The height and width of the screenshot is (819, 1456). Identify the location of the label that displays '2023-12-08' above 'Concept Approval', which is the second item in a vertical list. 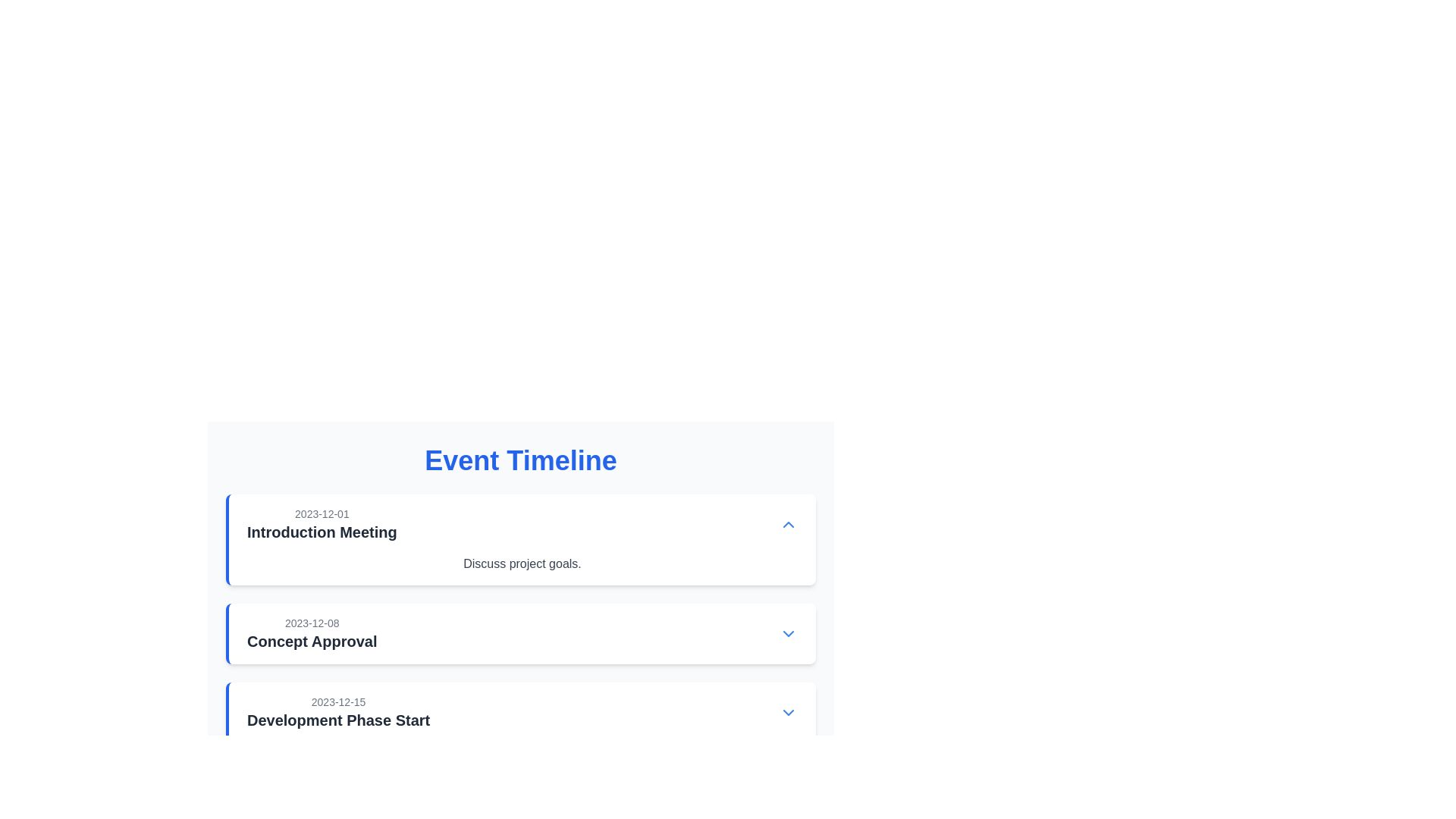
(311, 634).